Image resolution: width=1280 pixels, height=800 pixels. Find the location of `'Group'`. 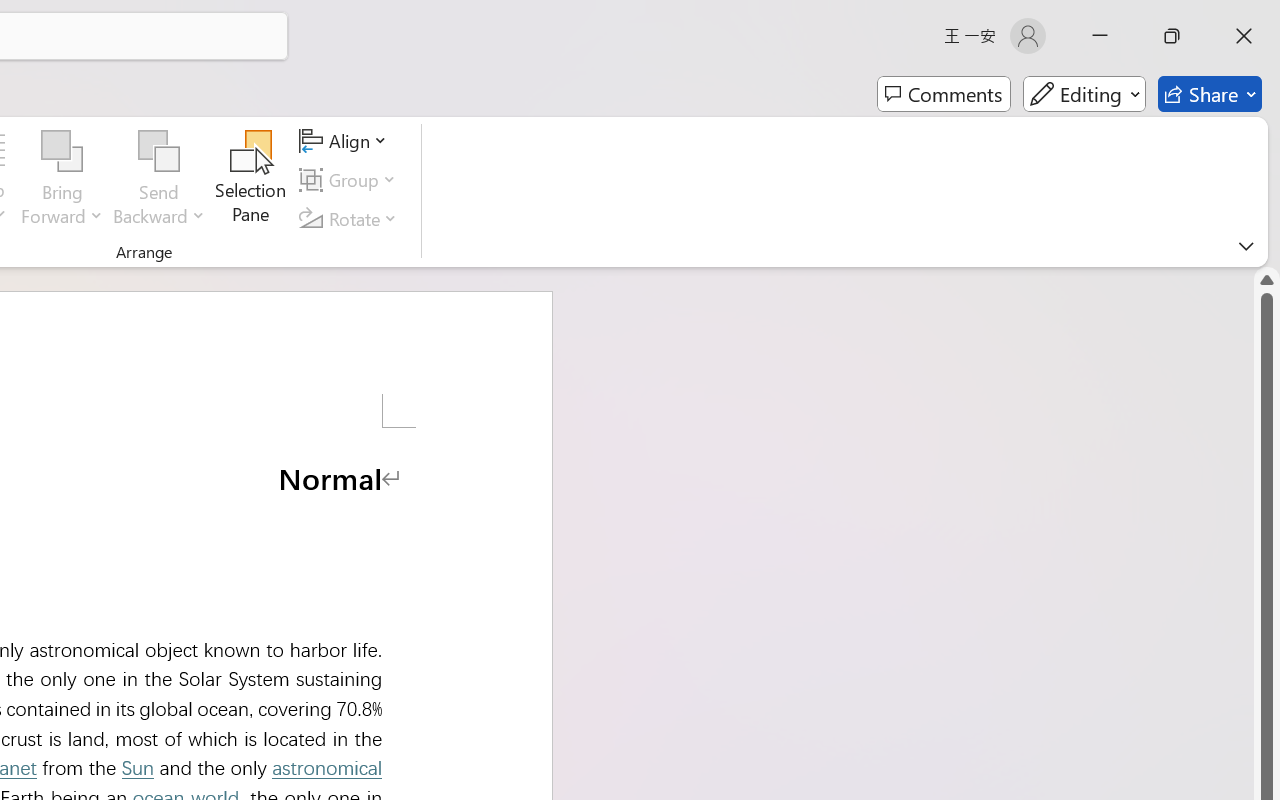

'Group' is located at coordinates (351, 179).